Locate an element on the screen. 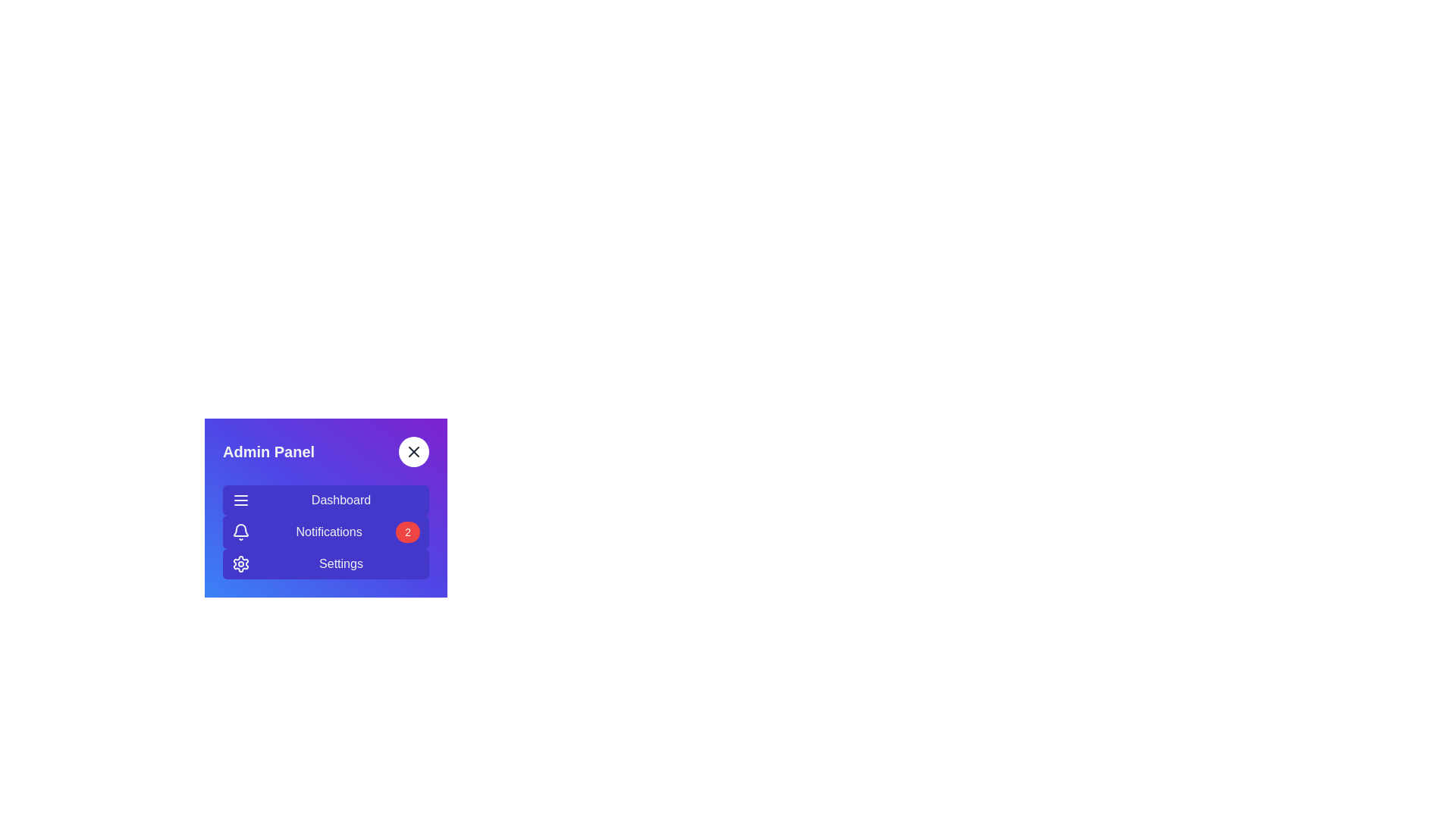 The height and width of the screenshot is (819, 1456). the Notifications section in the sidebar menu is located at coordinates (325, 532).